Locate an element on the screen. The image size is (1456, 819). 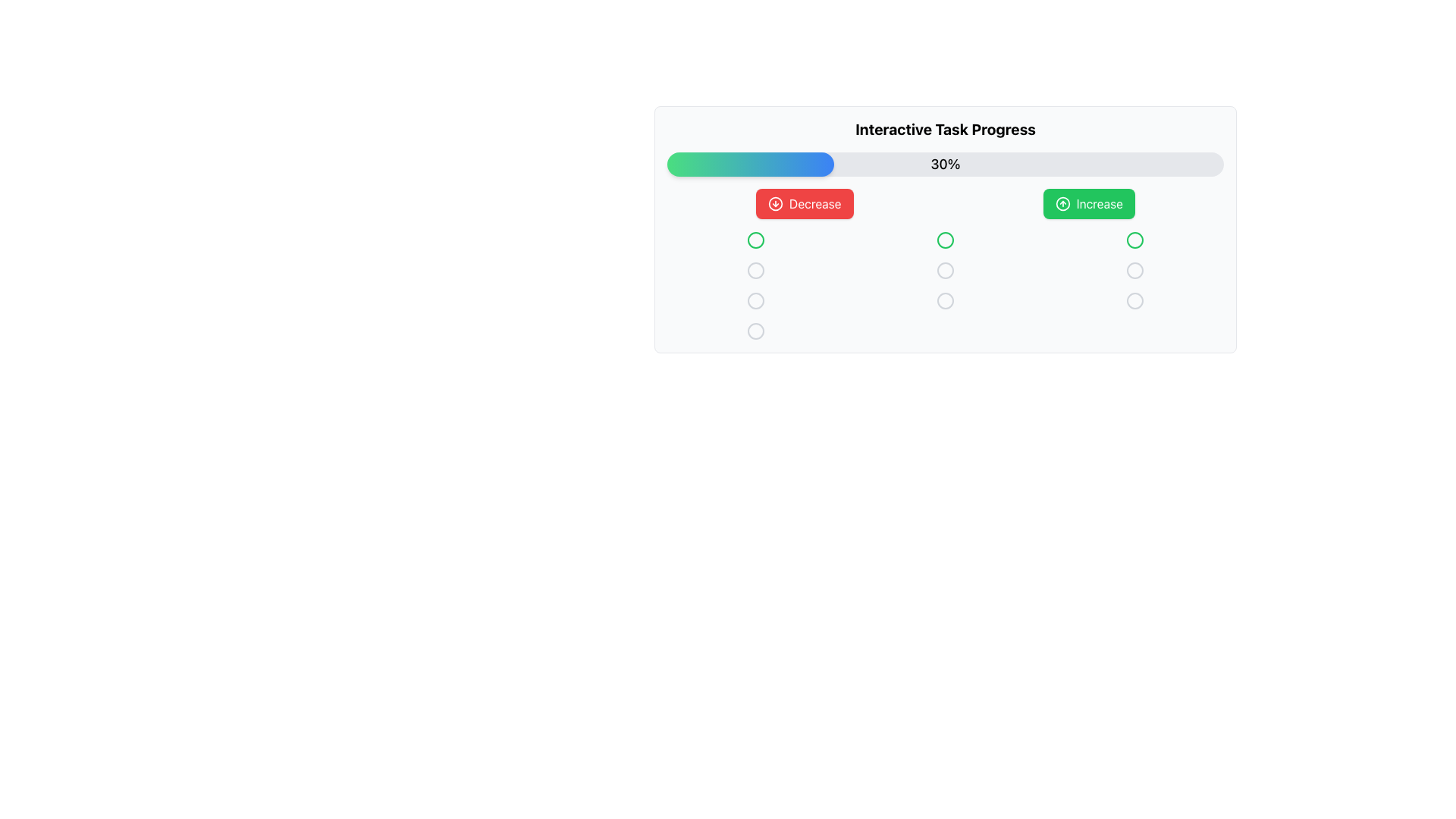
the informational Text Label that displays the current progress value of the progress bar, which is centrally located at the 30% mark of the progress bar is located at coordinates (945, 164).